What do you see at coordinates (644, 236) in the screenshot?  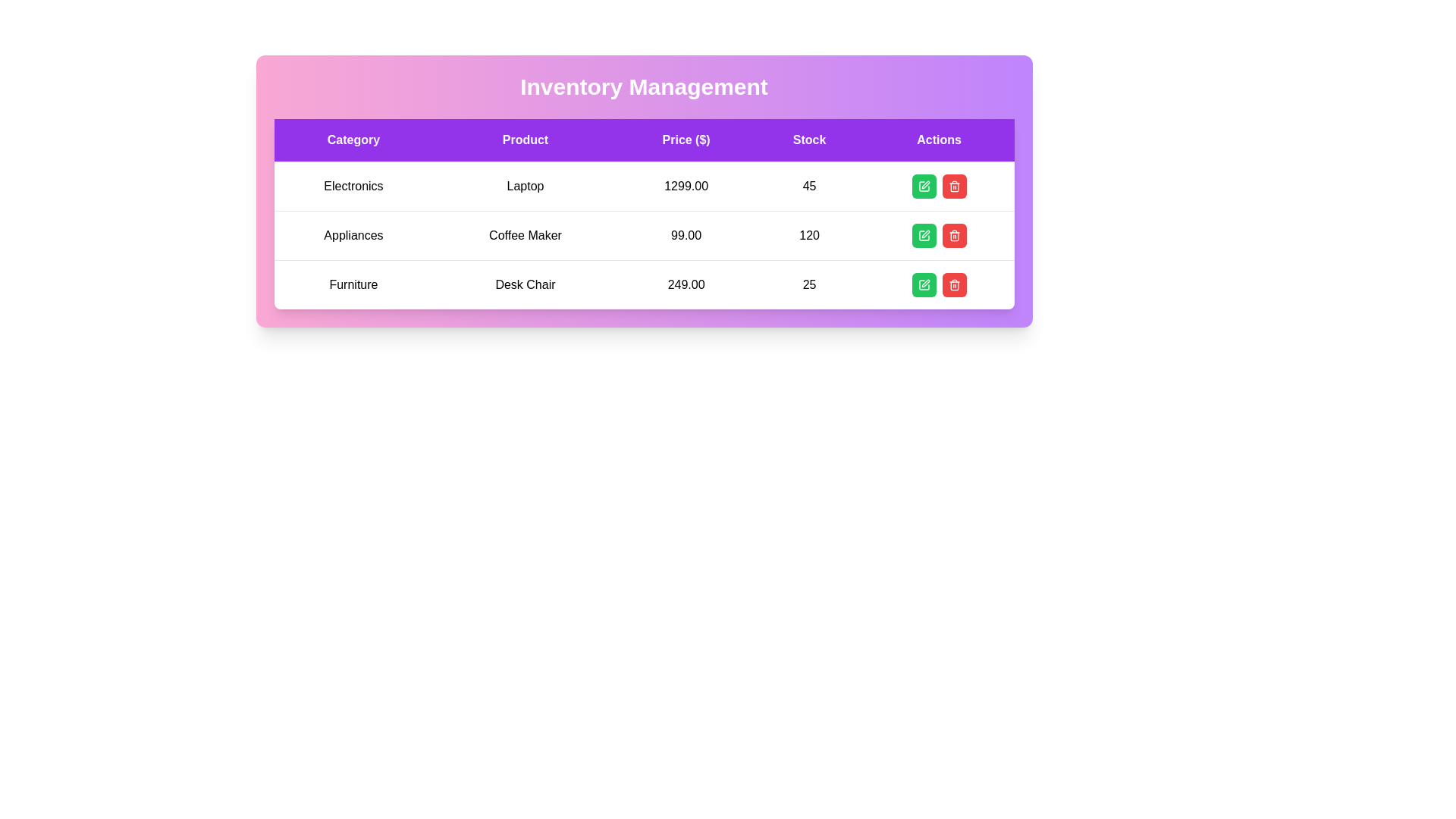 I see `the second row of the inventory table, which contains details about a product entry, to read or perform actions` at bounding box center [644, 236].